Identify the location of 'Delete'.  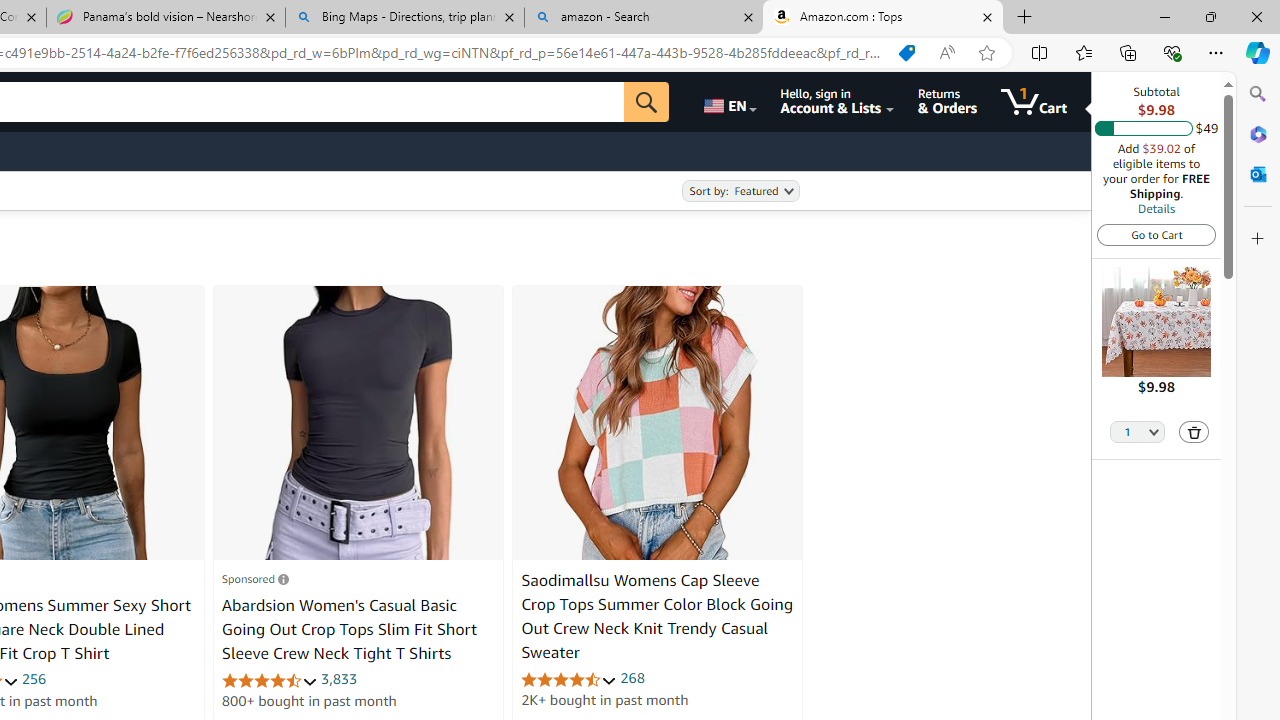
(1194, 431).